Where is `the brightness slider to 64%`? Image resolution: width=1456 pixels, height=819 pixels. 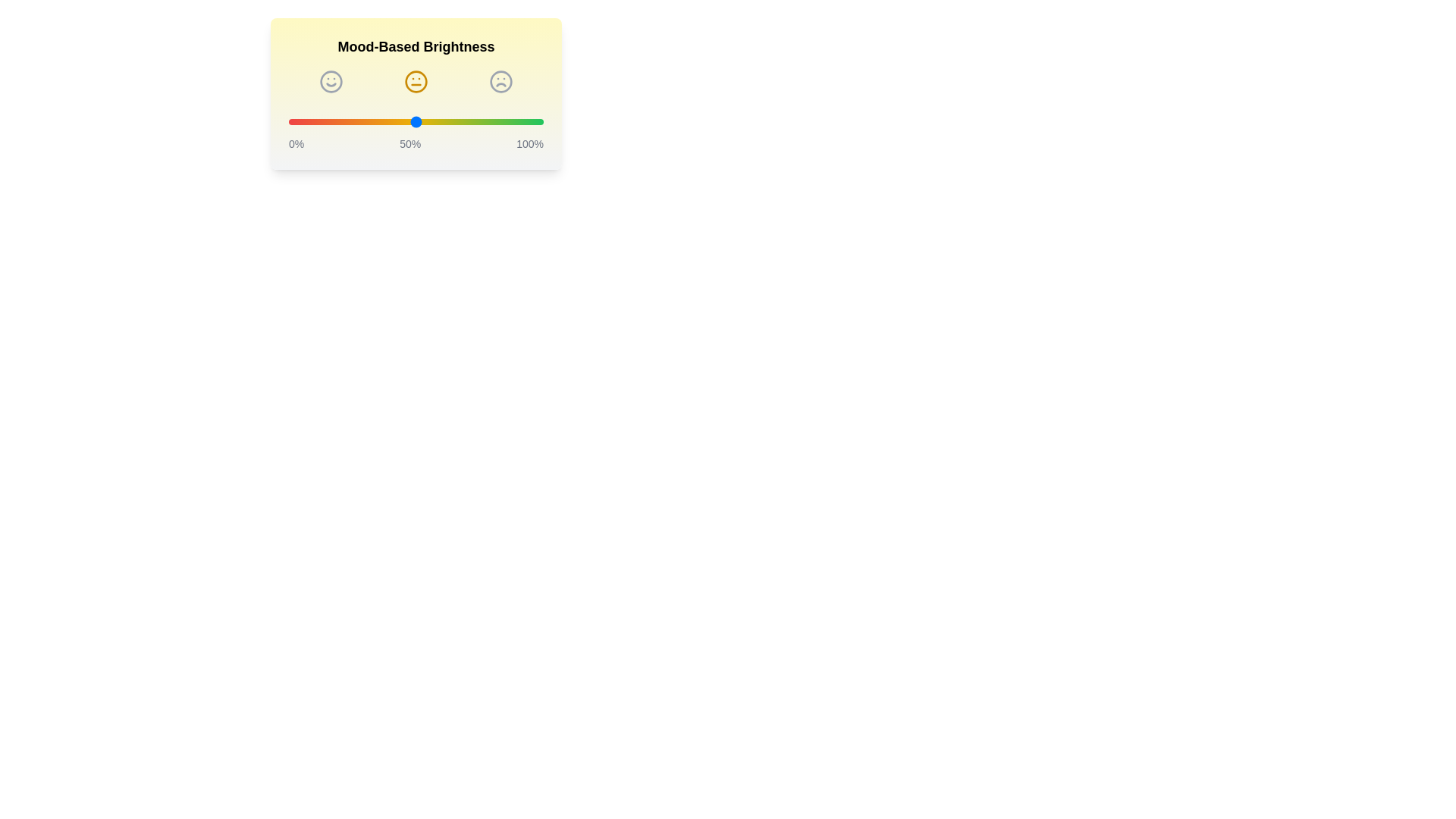 the brightness slider to 64% is located at coordinates (450, 121).